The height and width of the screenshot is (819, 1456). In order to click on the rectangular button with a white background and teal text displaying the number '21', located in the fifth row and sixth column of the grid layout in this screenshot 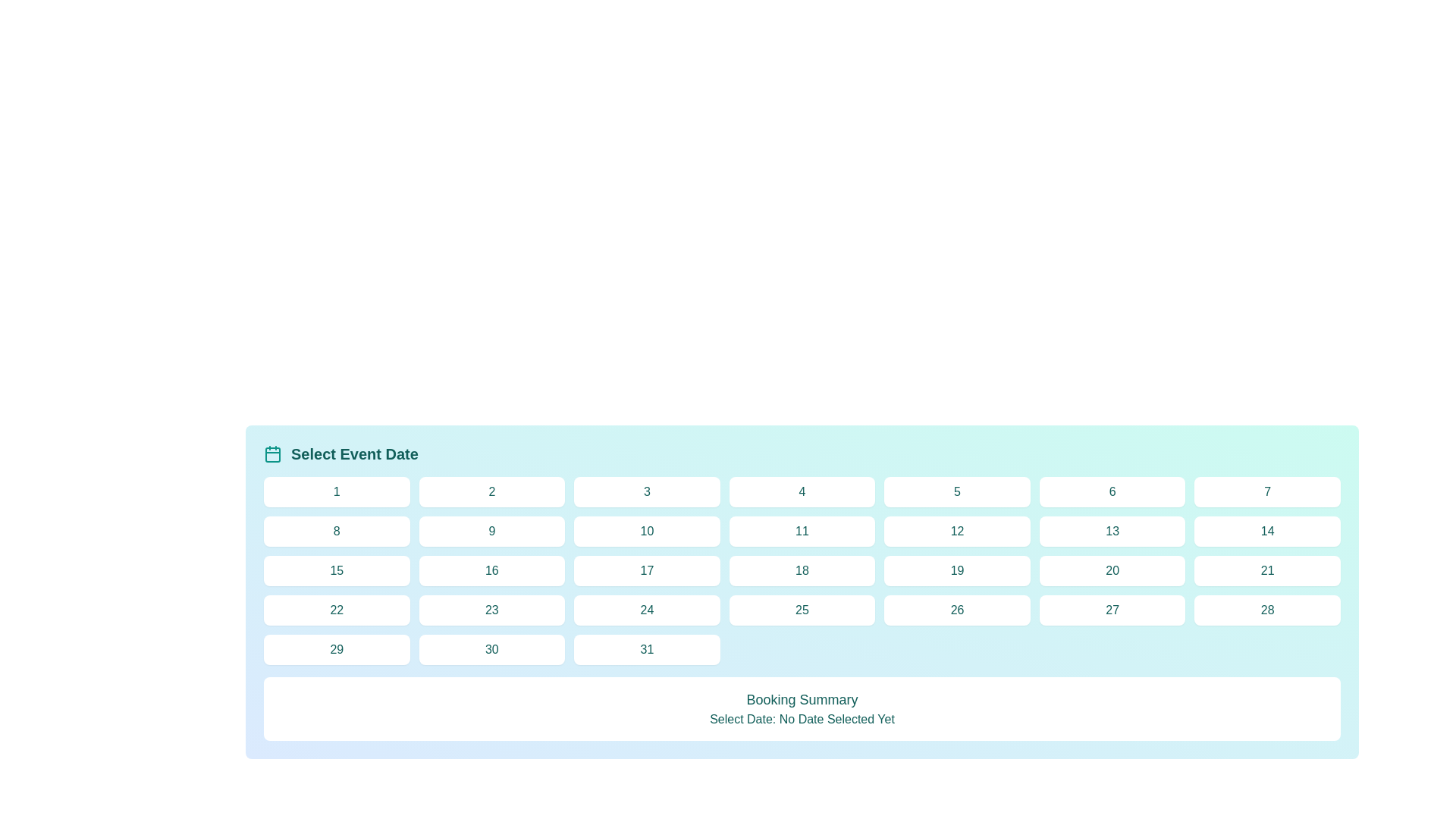, I will do `click(1267, 570)`.